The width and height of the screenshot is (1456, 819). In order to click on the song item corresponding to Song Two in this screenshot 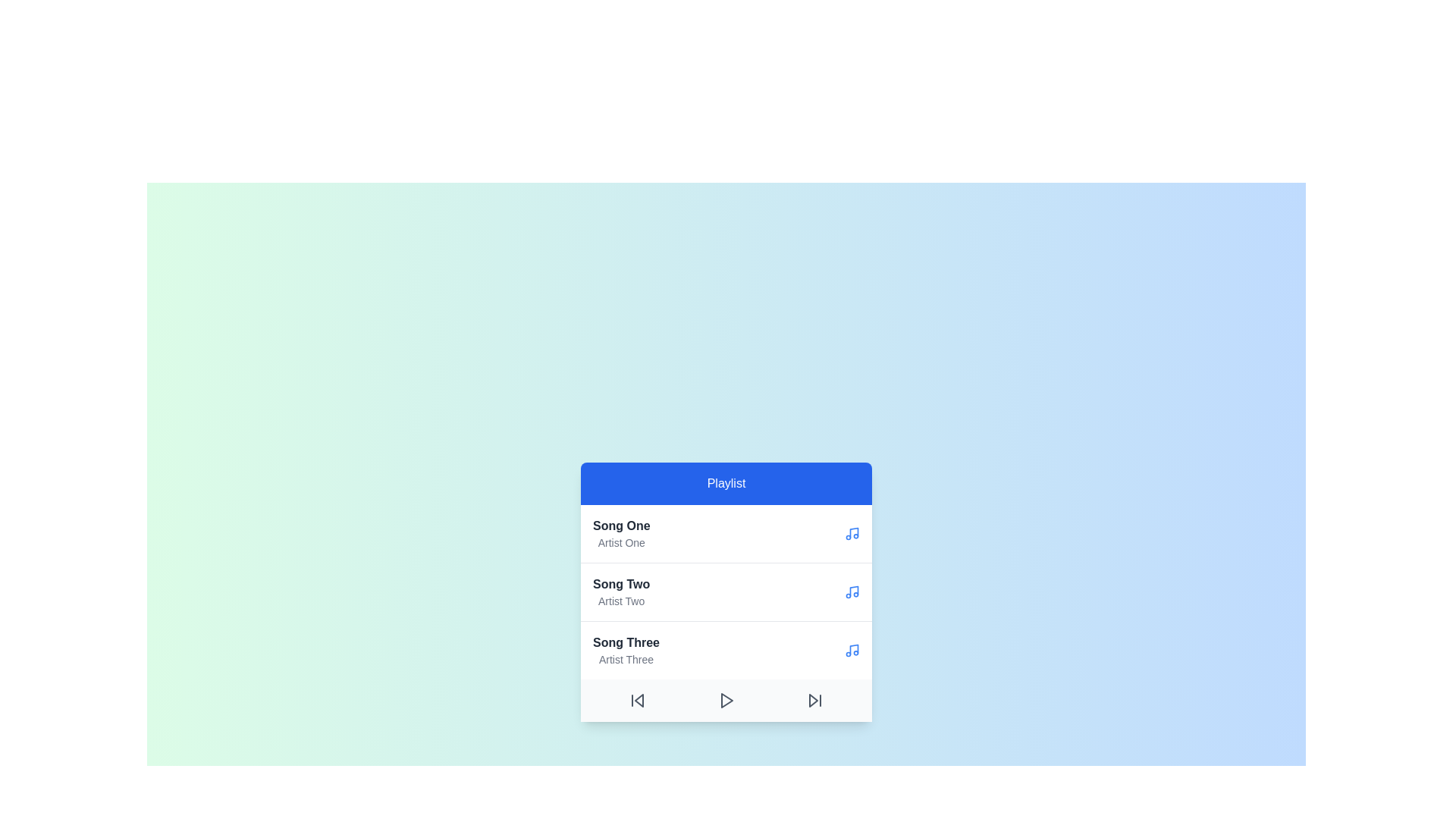, I will do `click(621, 591)`.